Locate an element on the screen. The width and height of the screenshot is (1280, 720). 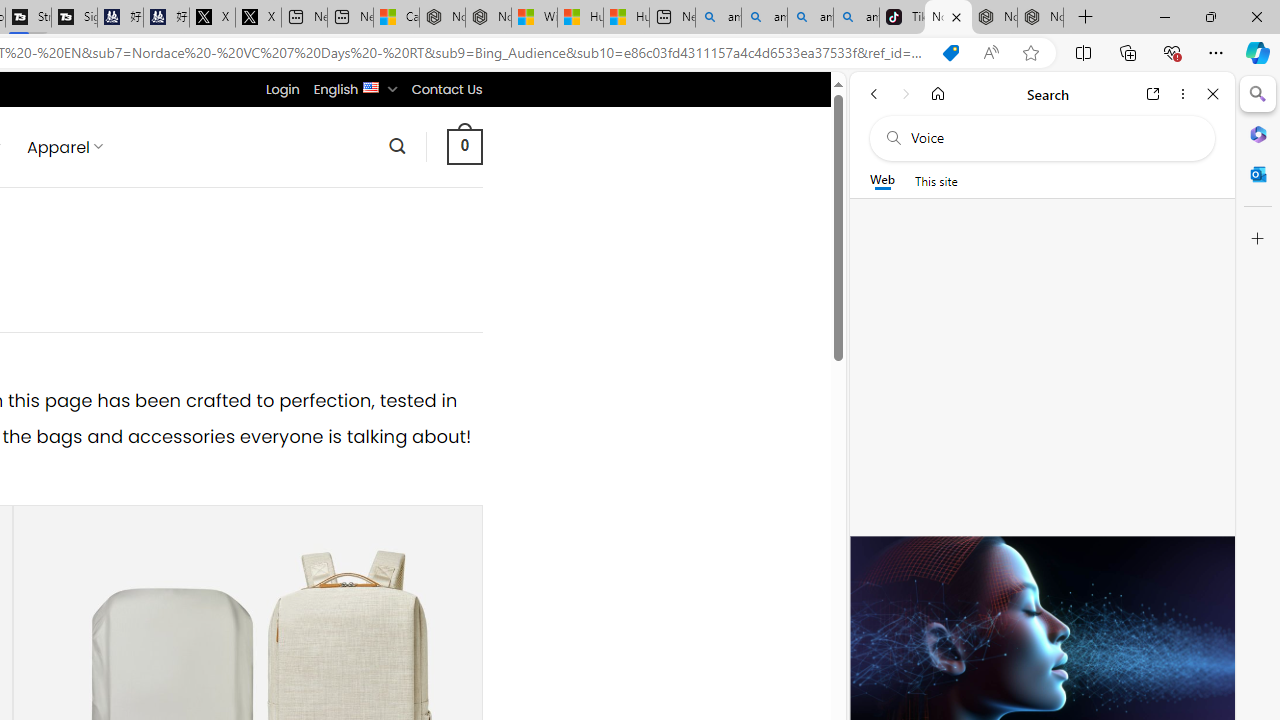
'TikTok' is located at coordinates (901, 17).